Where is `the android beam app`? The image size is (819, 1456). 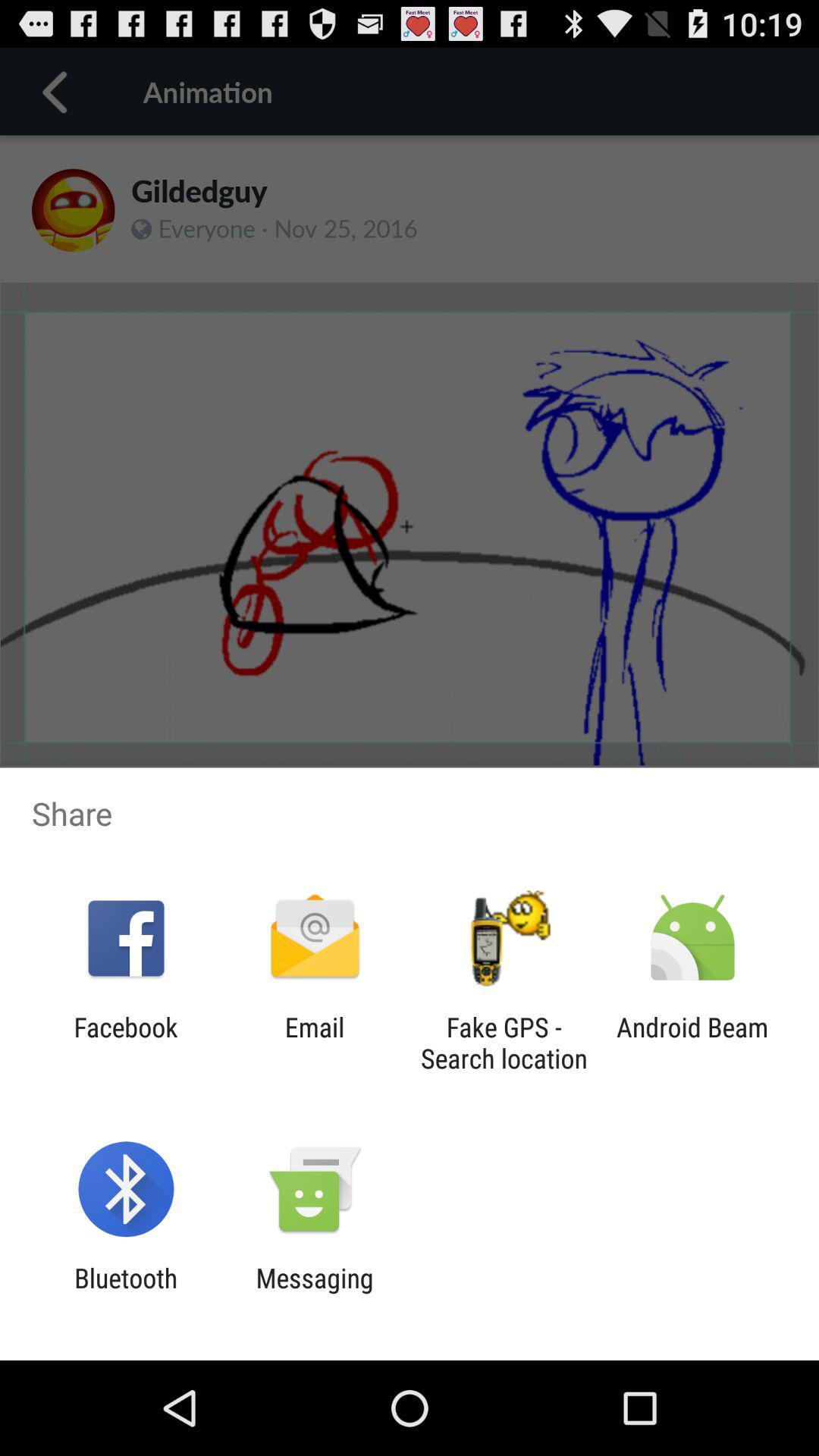 the android beam app is located at coordinates (692, 1042).